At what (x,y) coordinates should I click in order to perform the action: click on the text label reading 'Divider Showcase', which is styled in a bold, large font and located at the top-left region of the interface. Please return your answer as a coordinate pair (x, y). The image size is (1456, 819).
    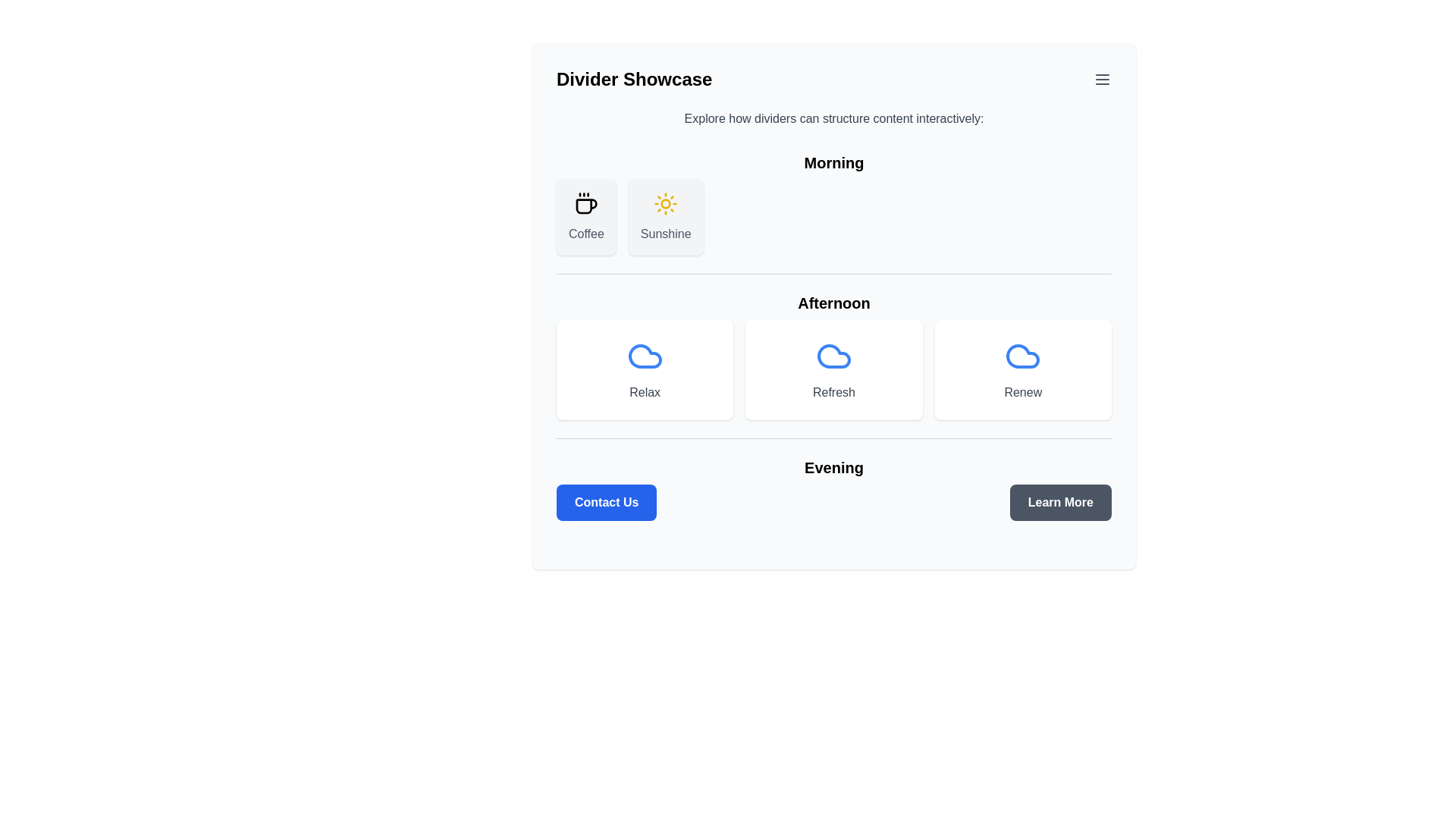
    Looking at the image, I should click on (634, 79).